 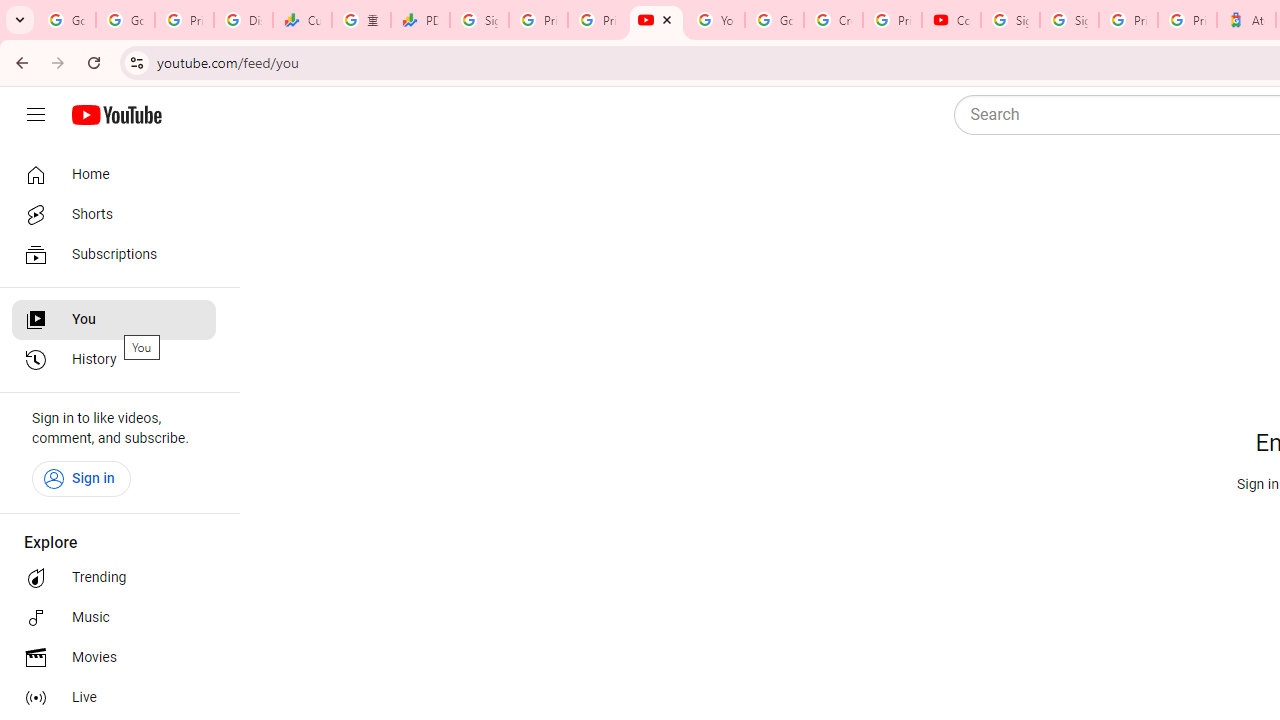 I want to click on 'Sign in - Google Accounts', so click(x=1068, y=20).